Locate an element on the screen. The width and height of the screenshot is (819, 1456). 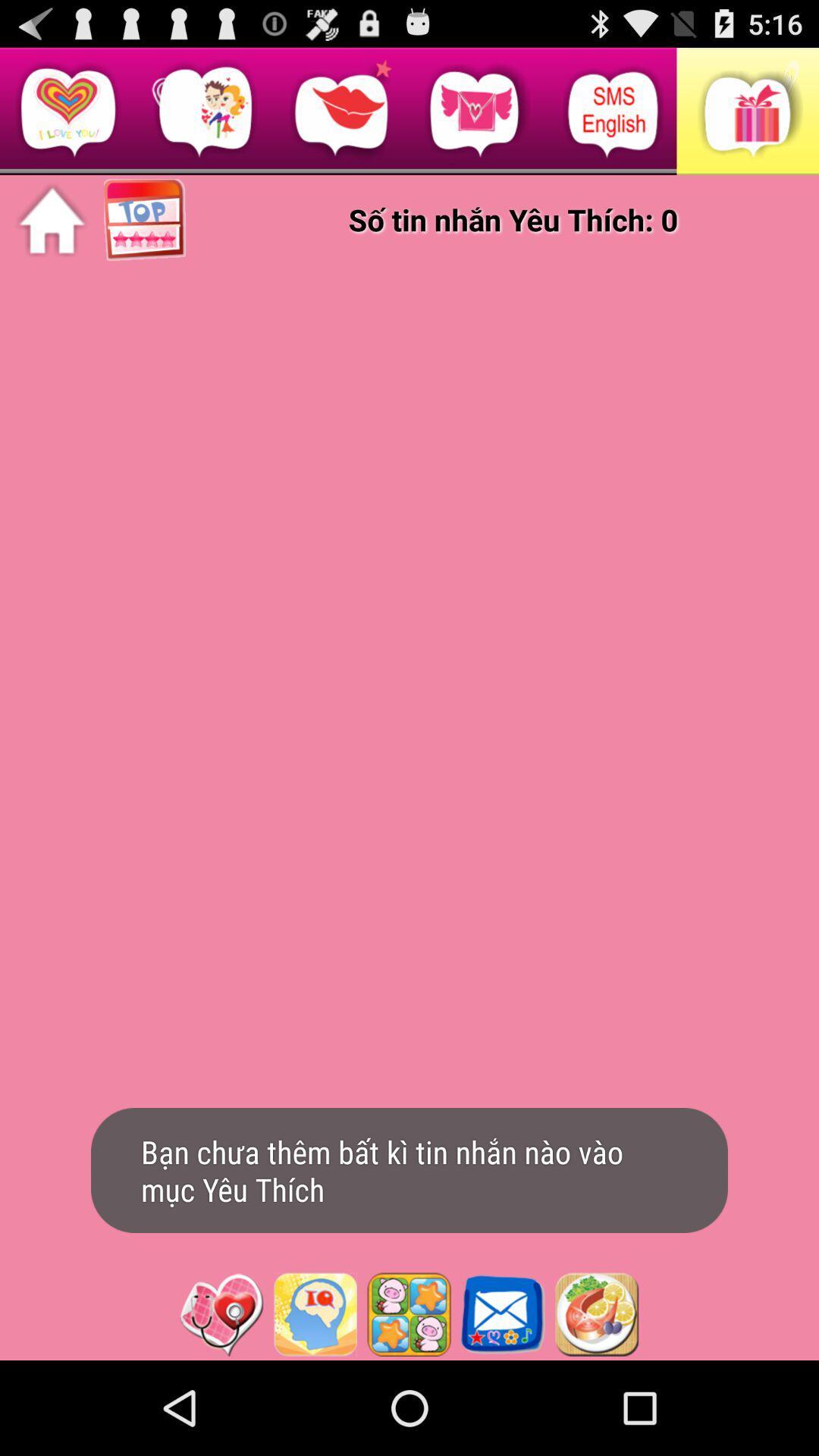
home page is located at coordinates (51, 220).